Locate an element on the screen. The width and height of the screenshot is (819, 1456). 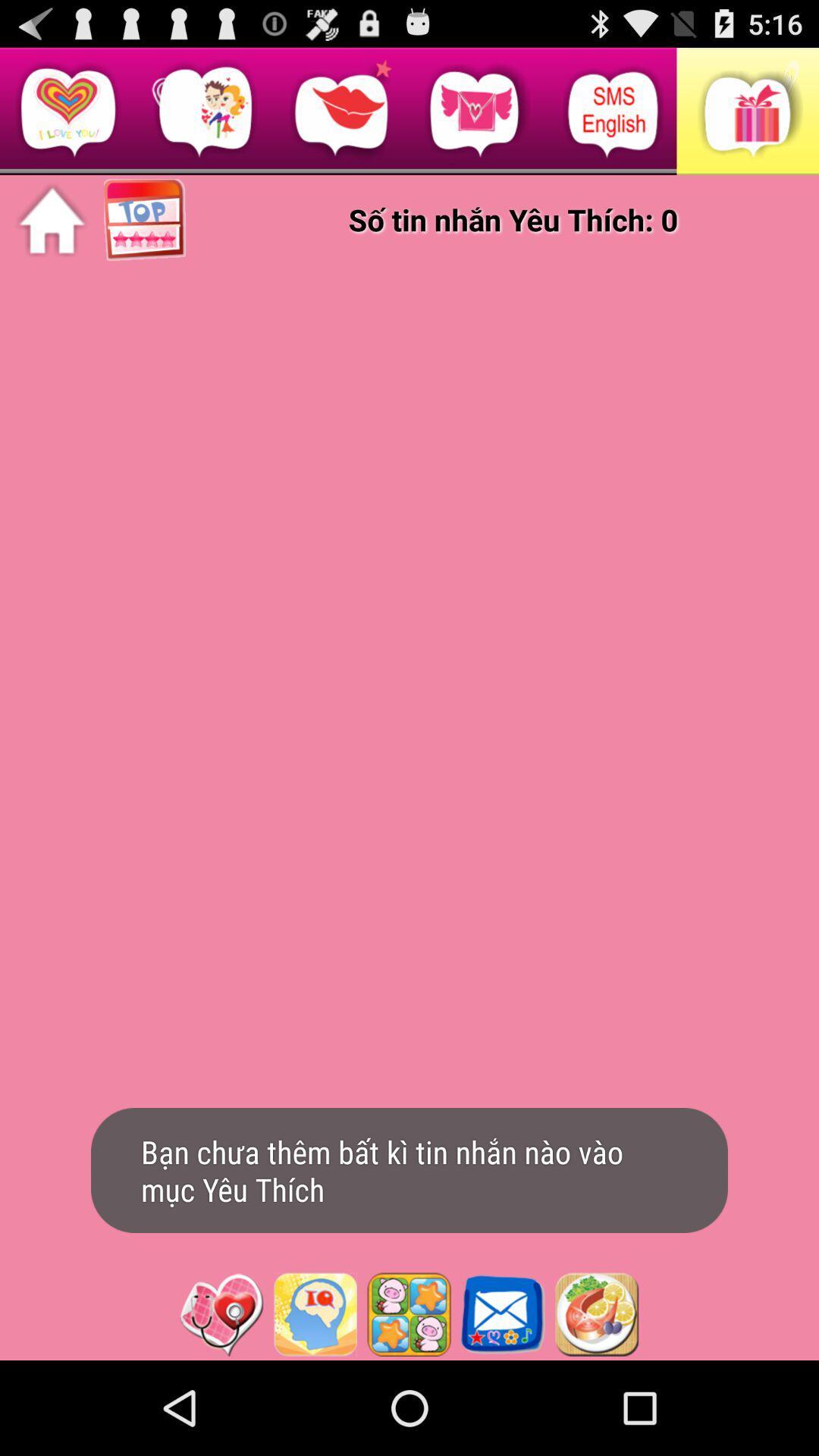
home page is located at coordinates (51, 220).